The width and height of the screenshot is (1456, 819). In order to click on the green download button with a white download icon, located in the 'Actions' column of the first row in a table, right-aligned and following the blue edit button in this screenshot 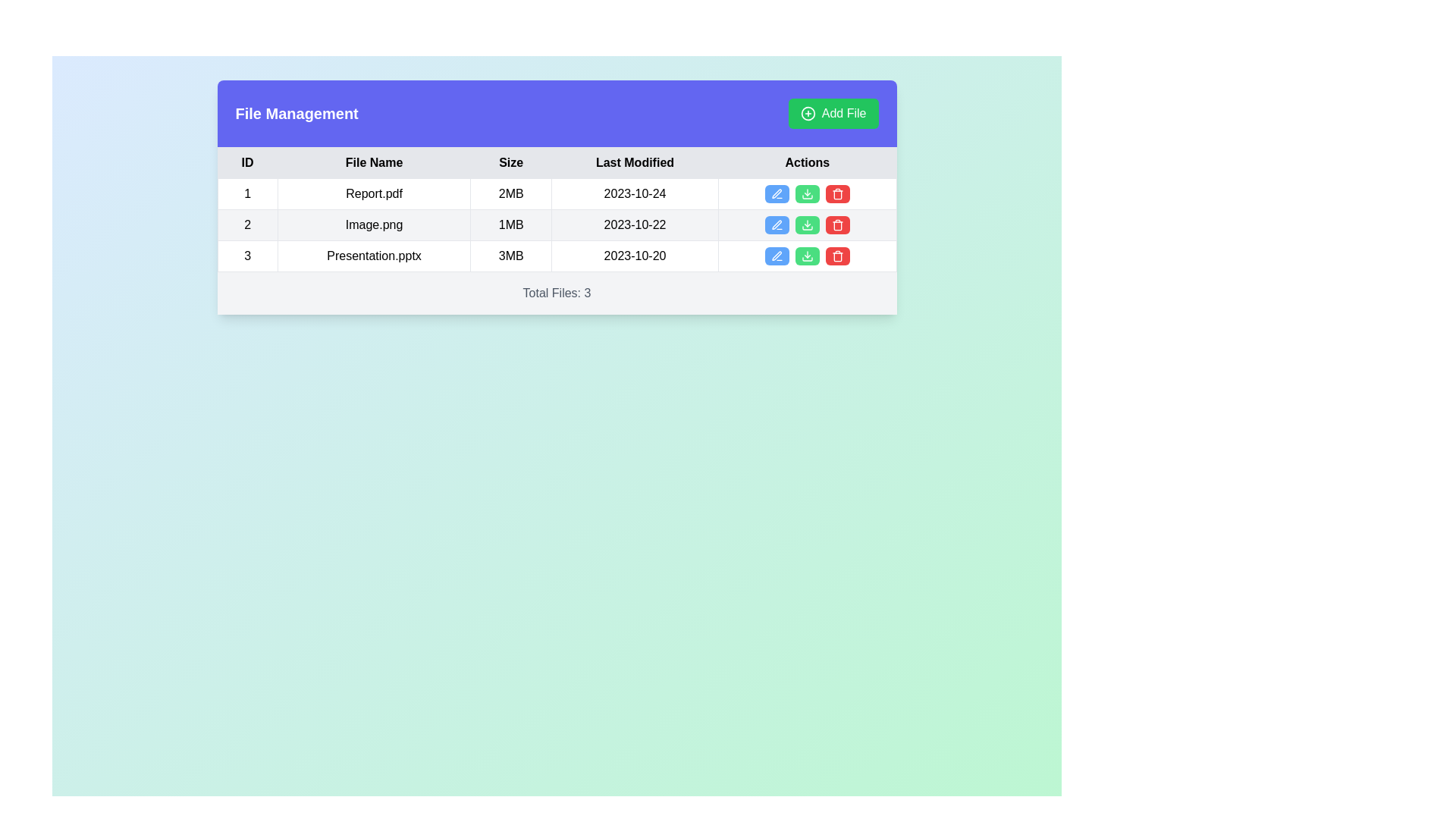, I will do `click(806, 193)`.